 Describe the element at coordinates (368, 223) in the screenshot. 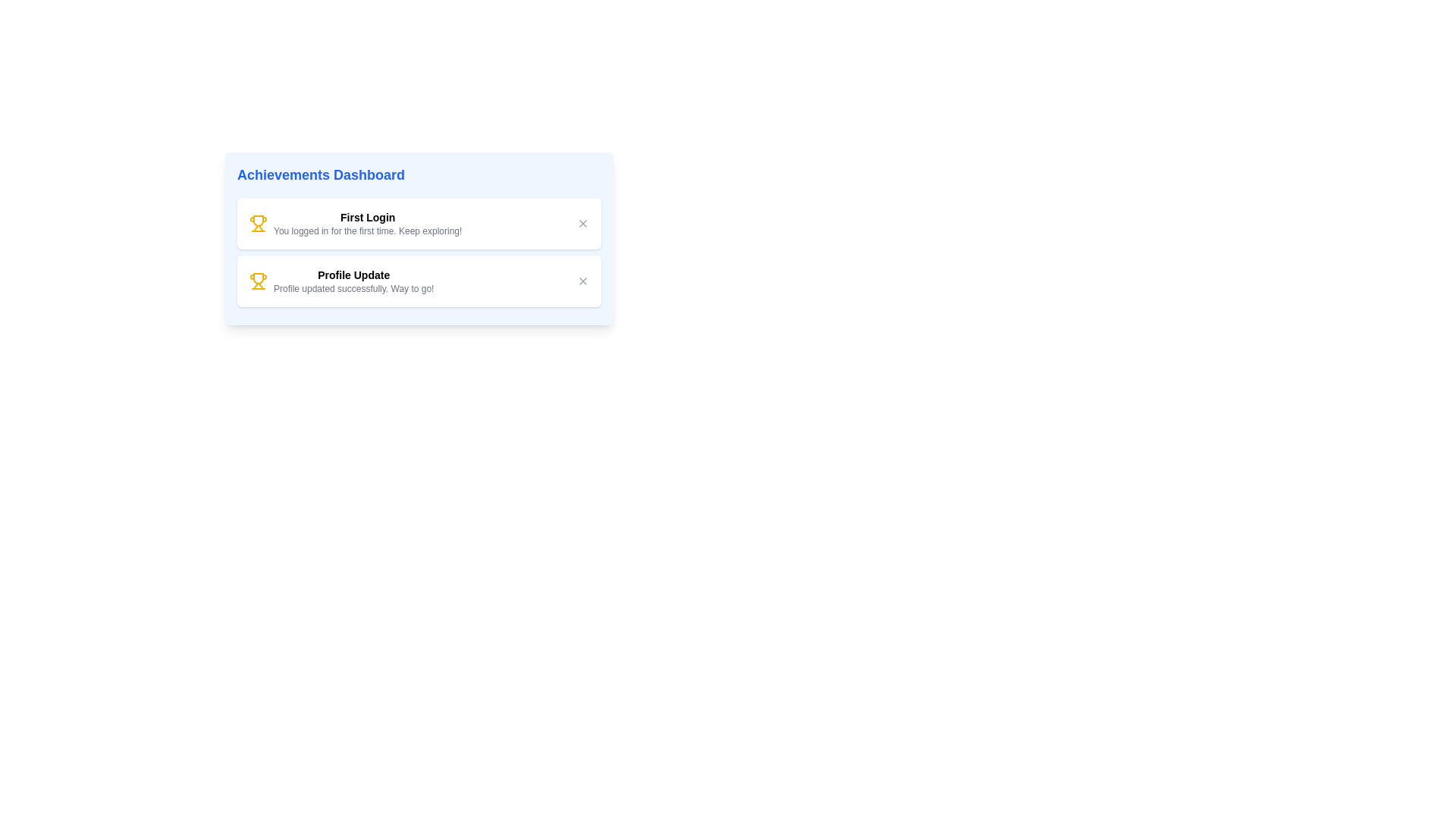

I see `text block displaying 'First Login' which is bold and has a gray description underneath, located at the top of the 'Achievements Dashboard'` at that location.